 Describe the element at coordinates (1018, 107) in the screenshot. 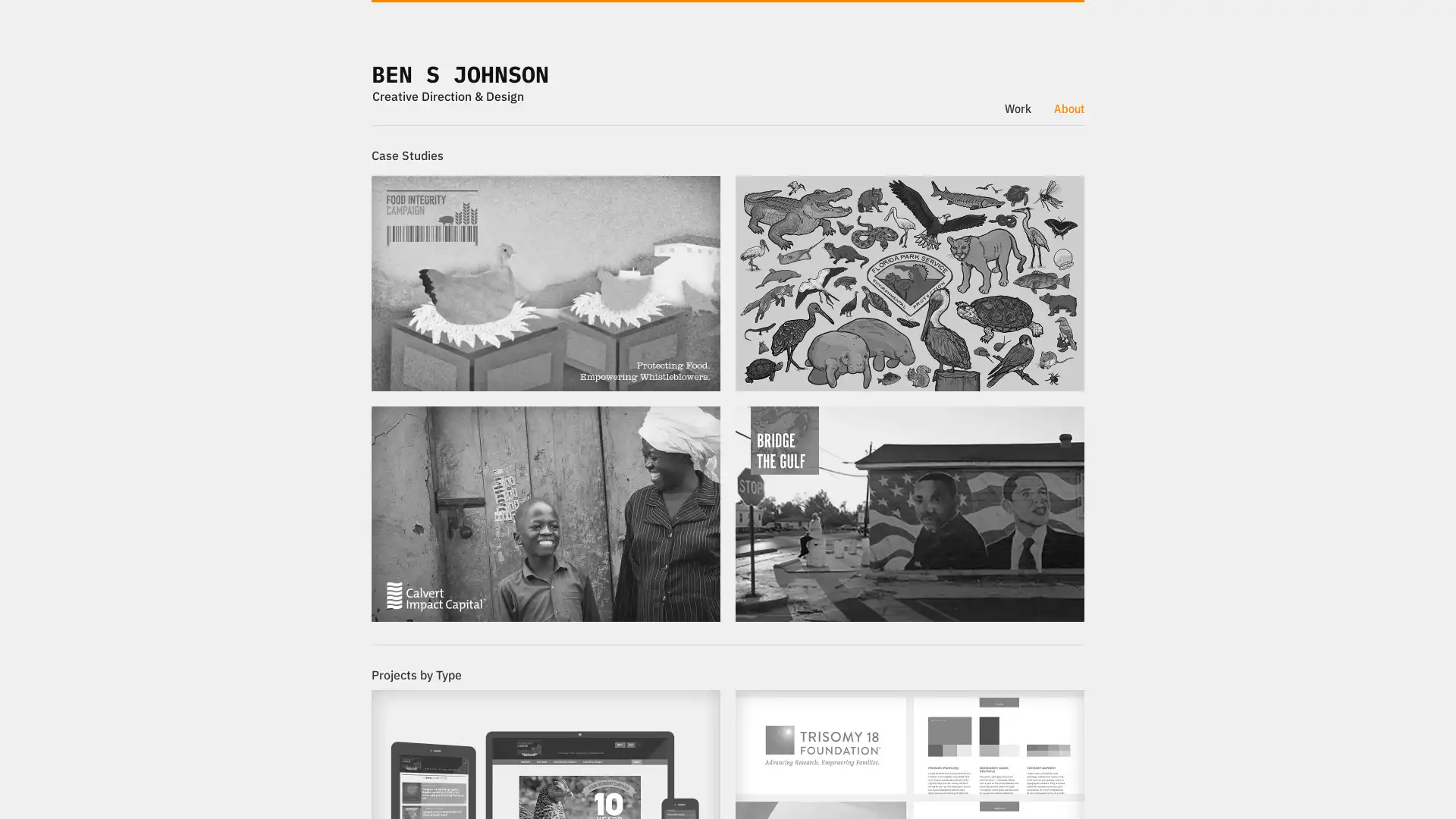

I see `Work` at that location.